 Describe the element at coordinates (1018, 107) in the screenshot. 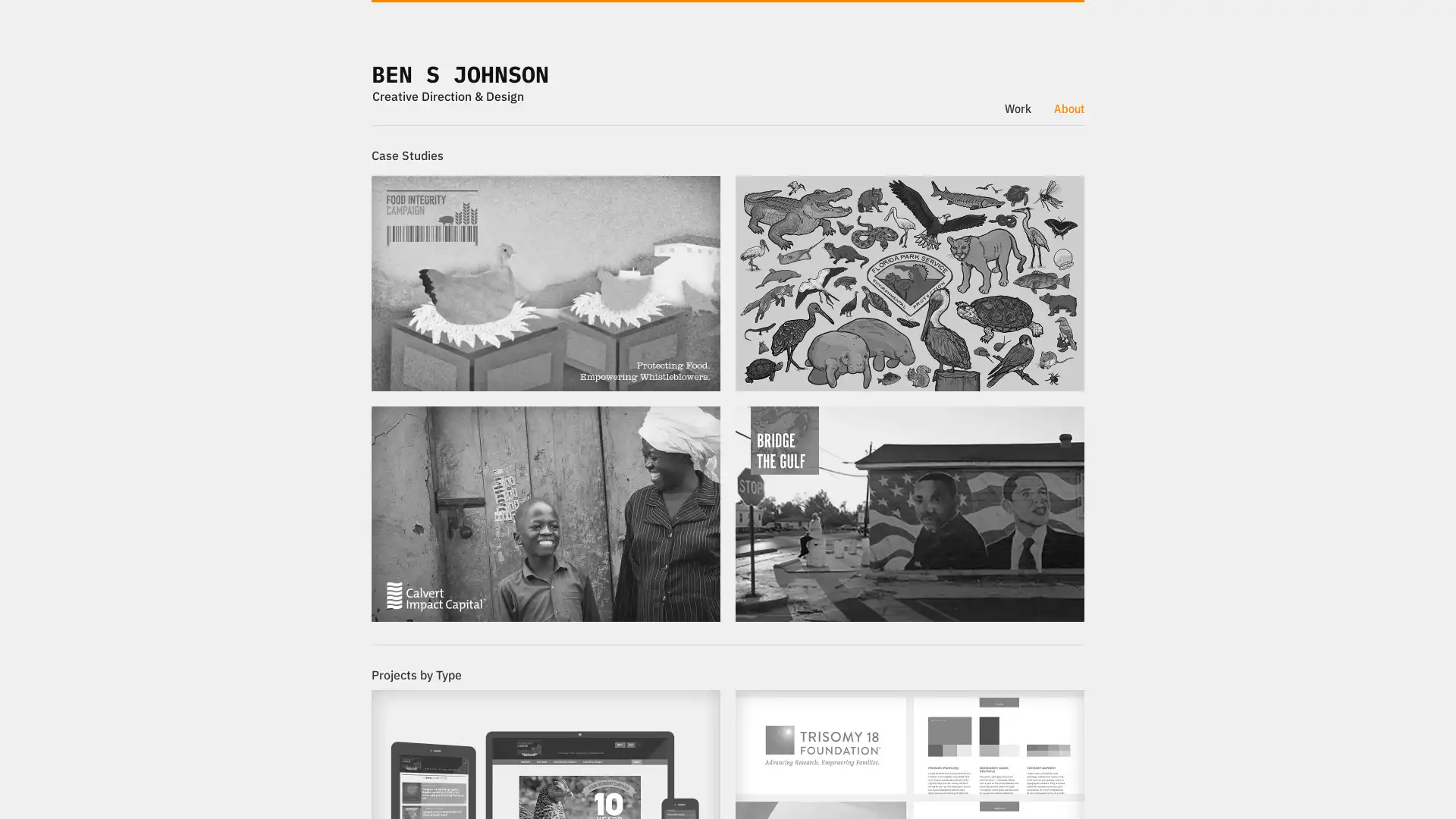

I see `Work` at that location.